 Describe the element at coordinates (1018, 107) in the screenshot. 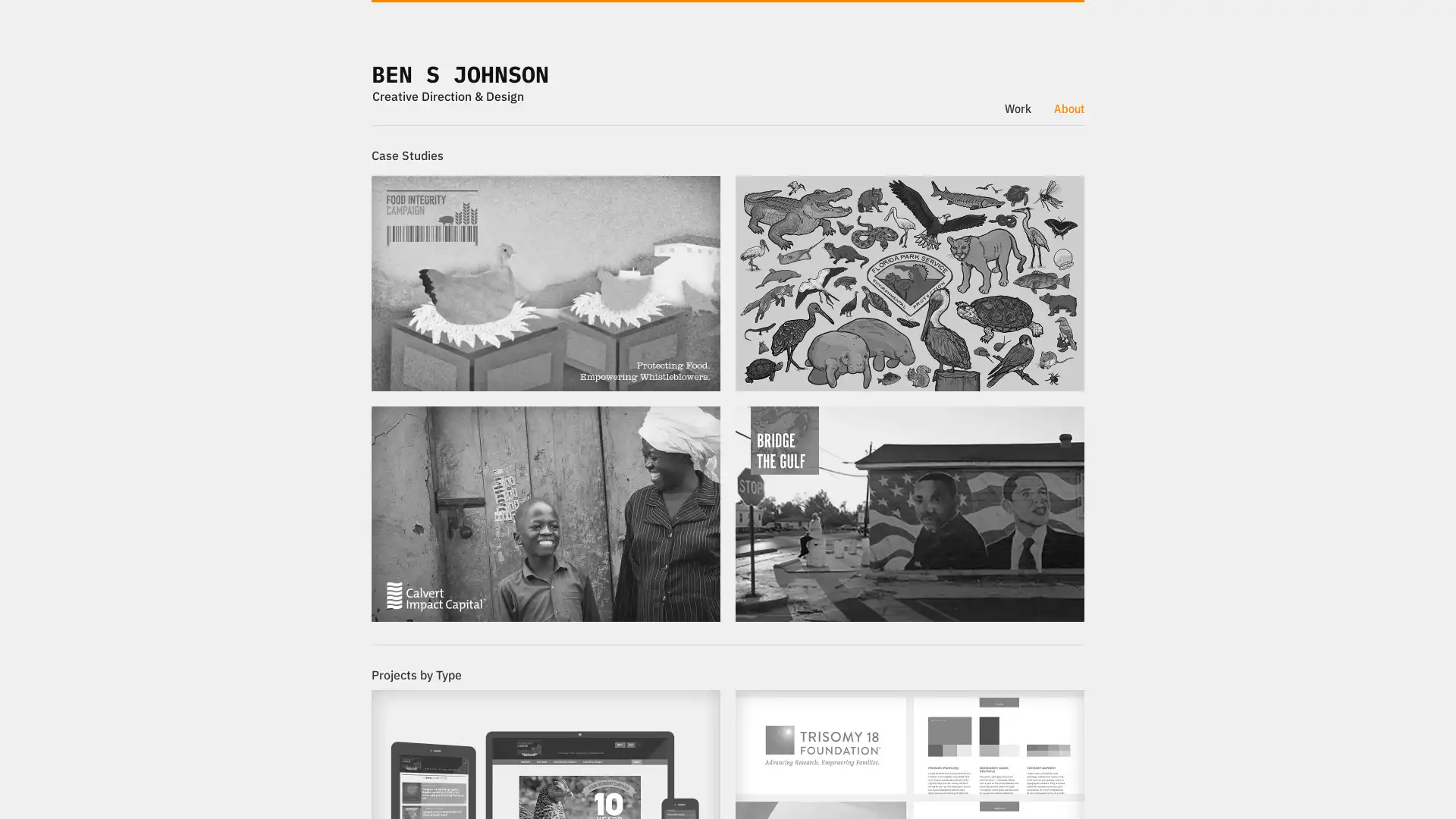

I see `Work` at that location.